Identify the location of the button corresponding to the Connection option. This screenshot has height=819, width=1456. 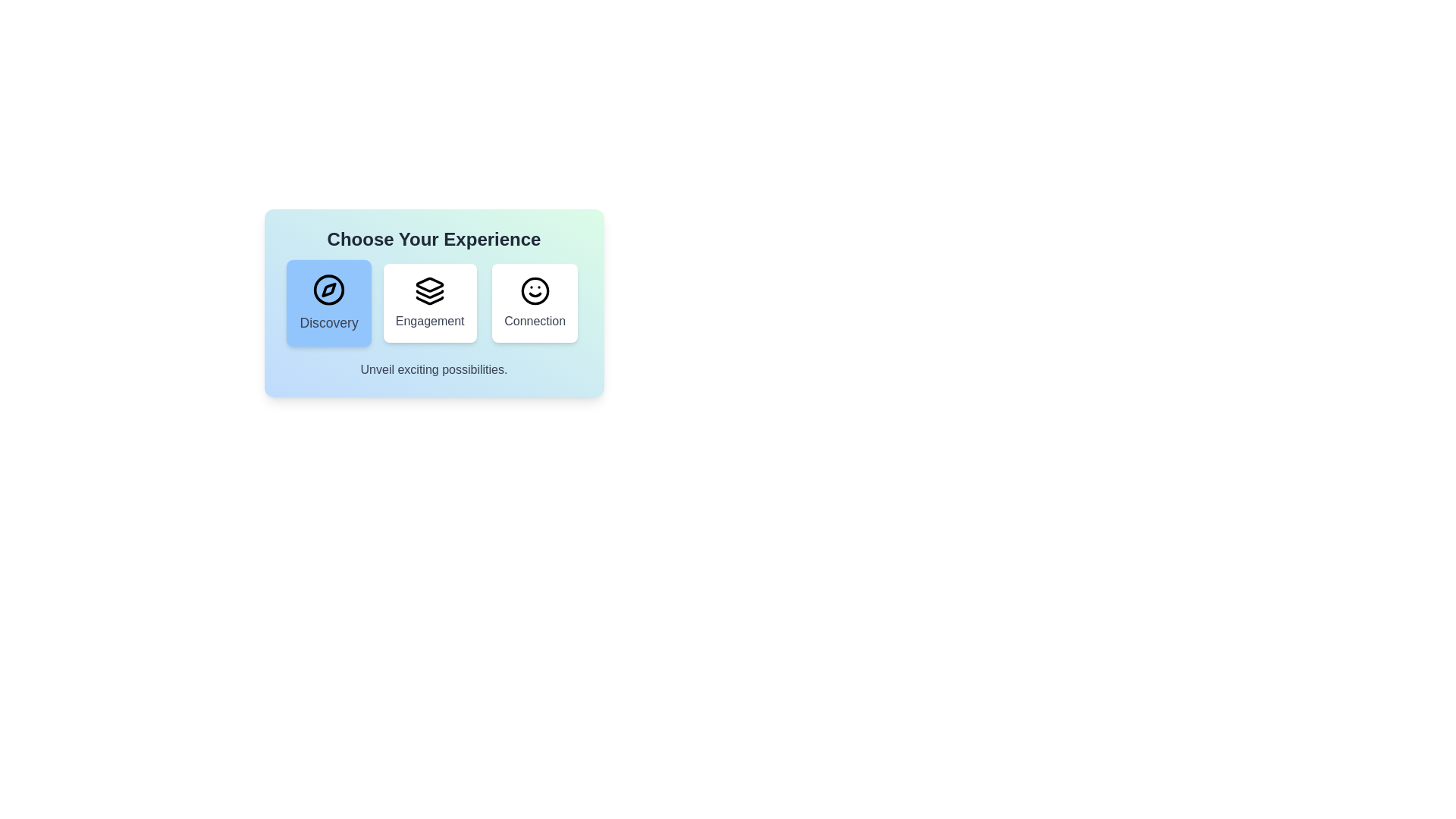
(535, 303).